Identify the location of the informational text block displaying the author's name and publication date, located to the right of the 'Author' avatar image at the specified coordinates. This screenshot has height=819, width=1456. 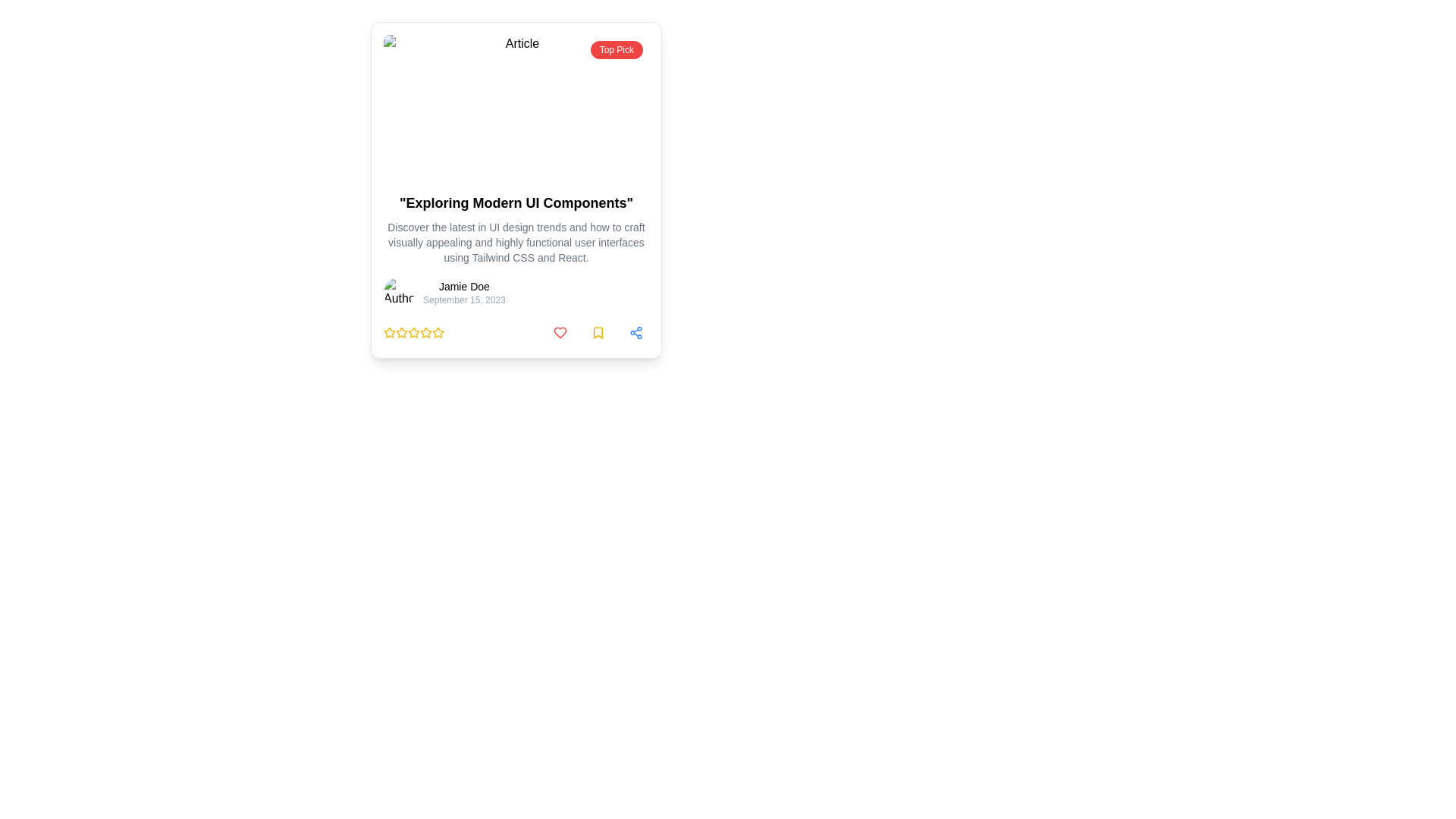
(463, 292).